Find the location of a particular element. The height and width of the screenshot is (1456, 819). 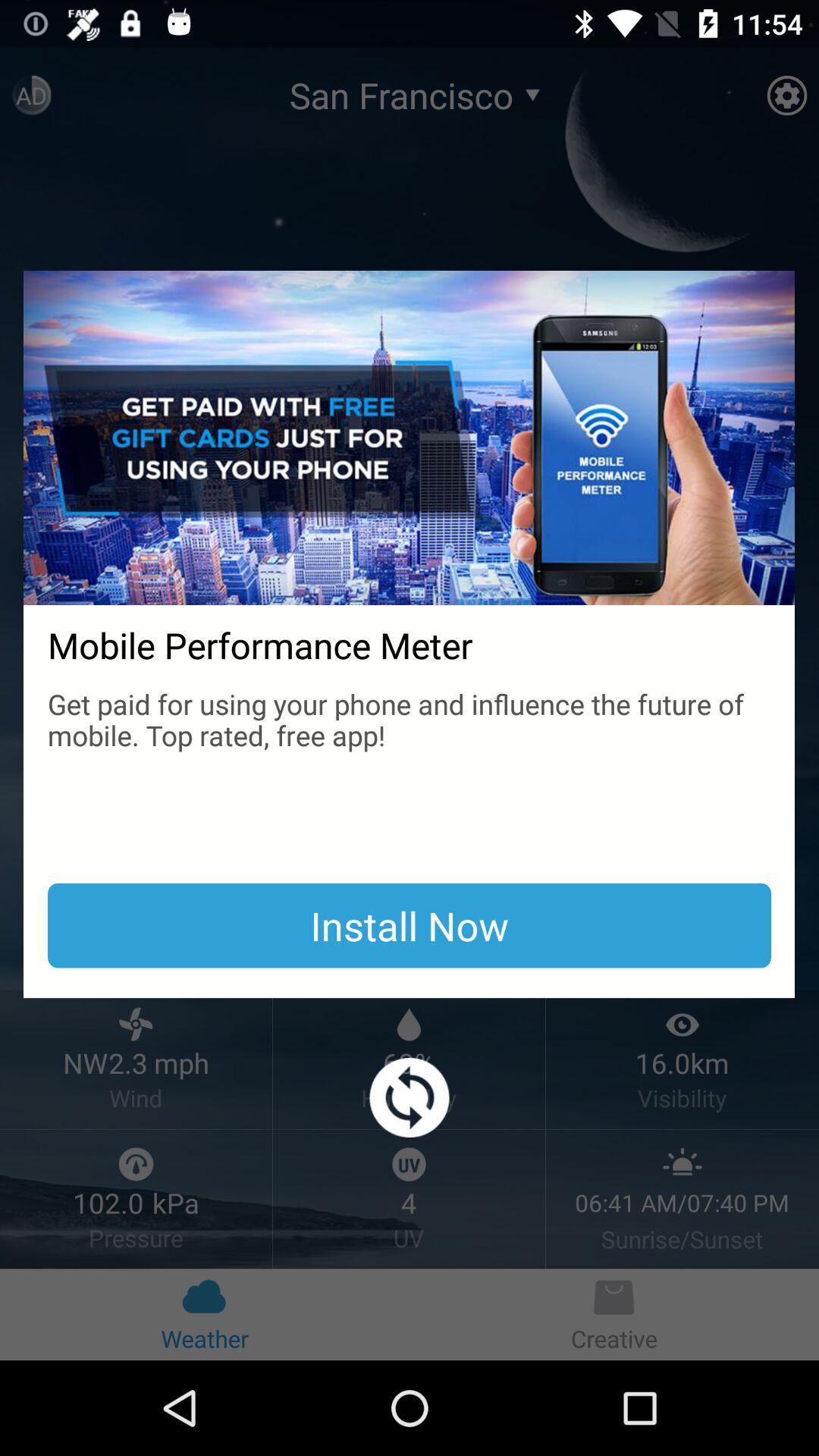

item below install now is located at coordinates (409, 1097).